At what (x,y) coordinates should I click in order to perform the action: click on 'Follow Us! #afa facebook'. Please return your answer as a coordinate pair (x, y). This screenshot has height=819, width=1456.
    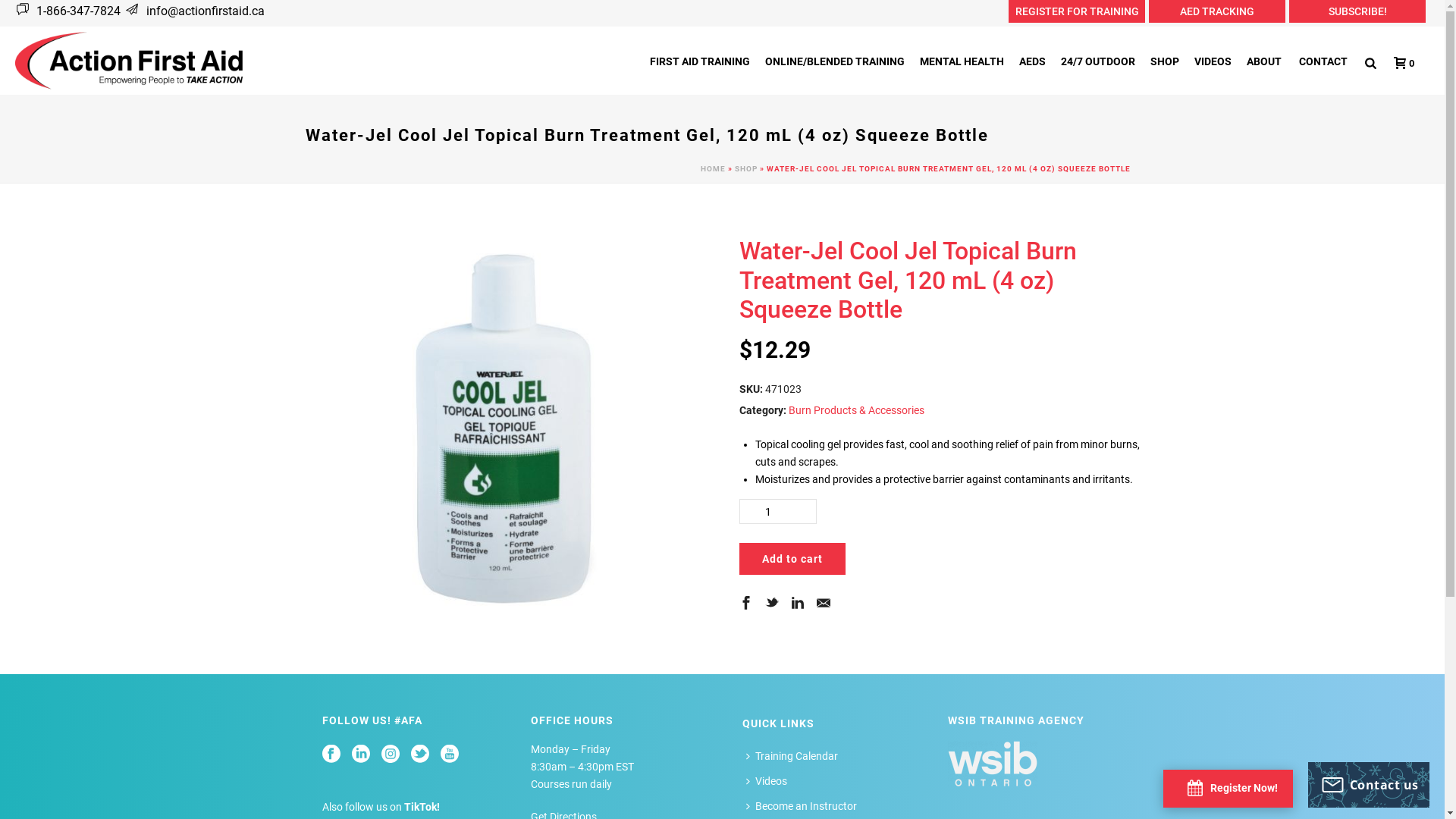
    Looking at the image, I should click on (330, 755).